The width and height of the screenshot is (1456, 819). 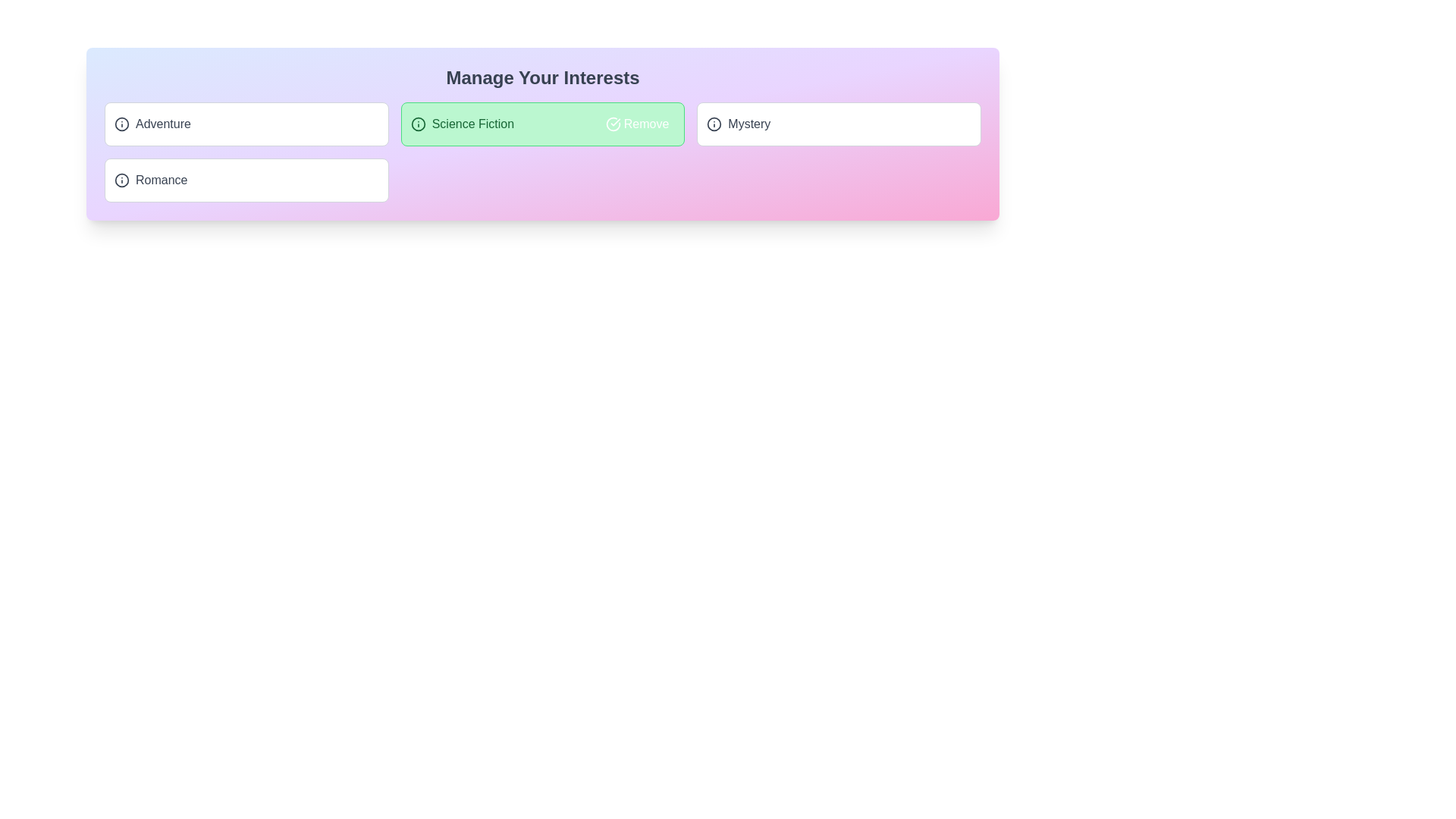 I want to click on the action button next to the tag labeled 'Romance' to toggle its 'added' status, so click(x=352, y=180).